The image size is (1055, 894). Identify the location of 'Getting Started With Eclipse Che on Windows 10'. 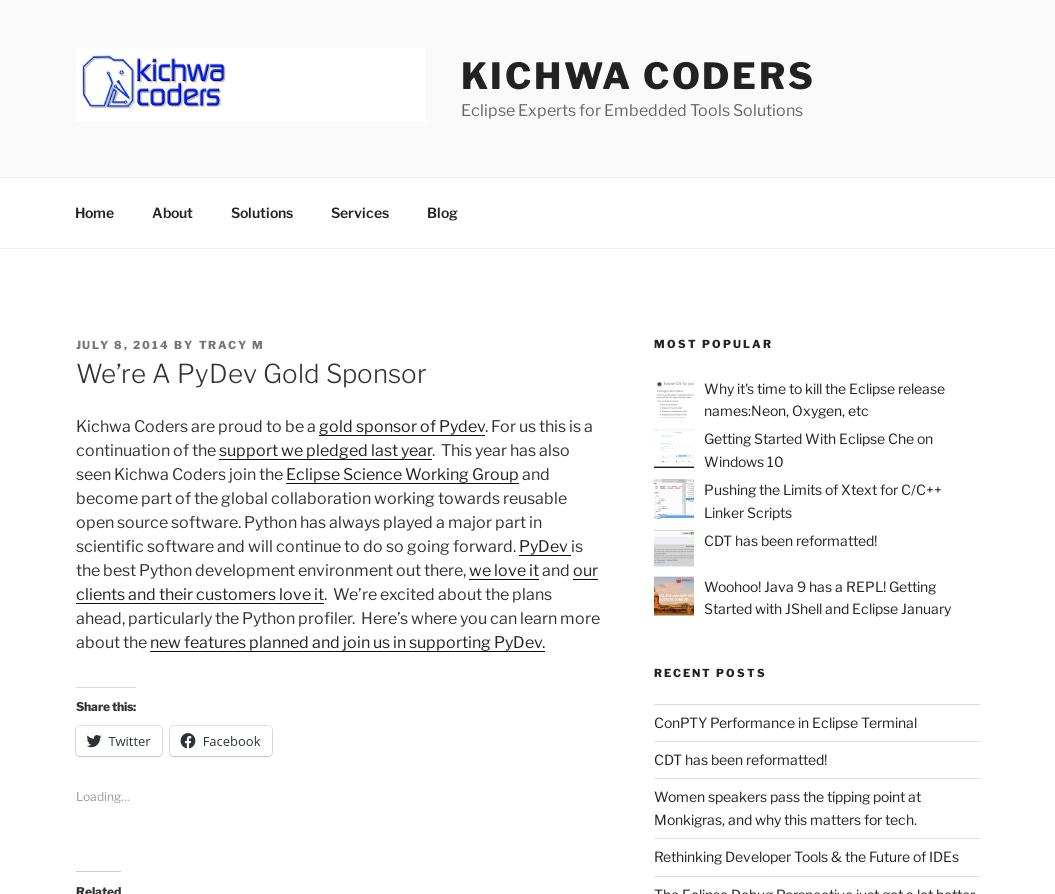
(704, 449).